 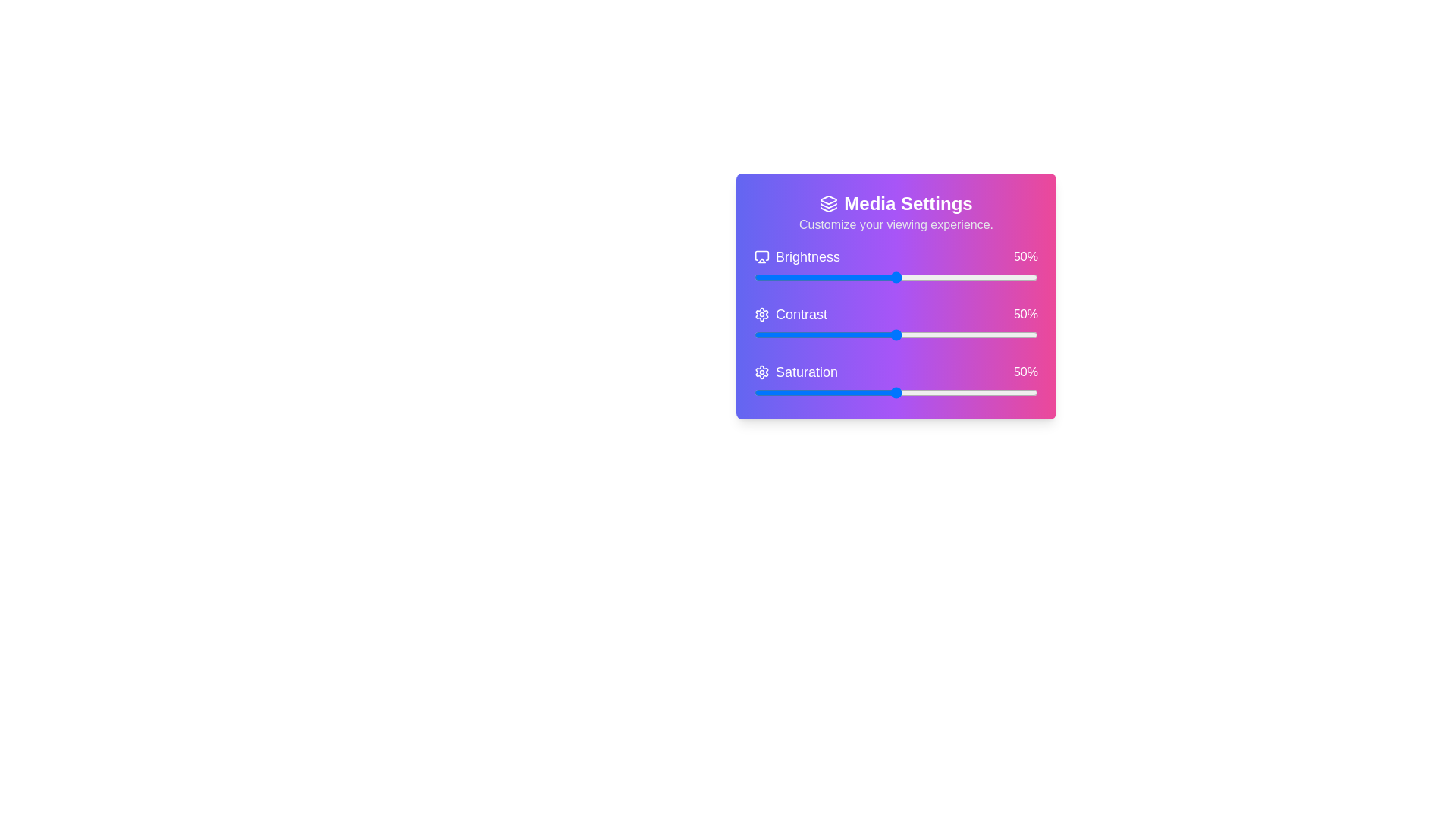 I want to click on the Settings icon, so click(x=761, y=314).